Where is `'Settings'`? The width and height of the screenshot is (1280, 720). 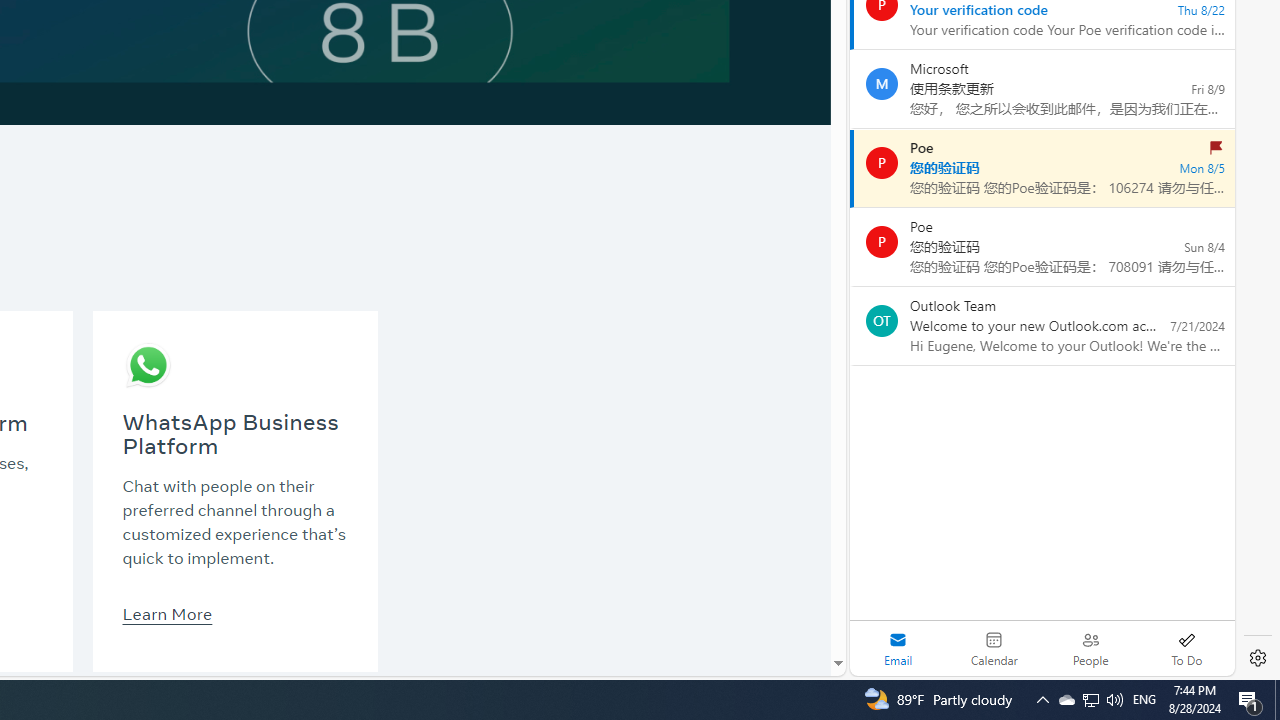
'Settings' is located at coordinates (1257, 658).